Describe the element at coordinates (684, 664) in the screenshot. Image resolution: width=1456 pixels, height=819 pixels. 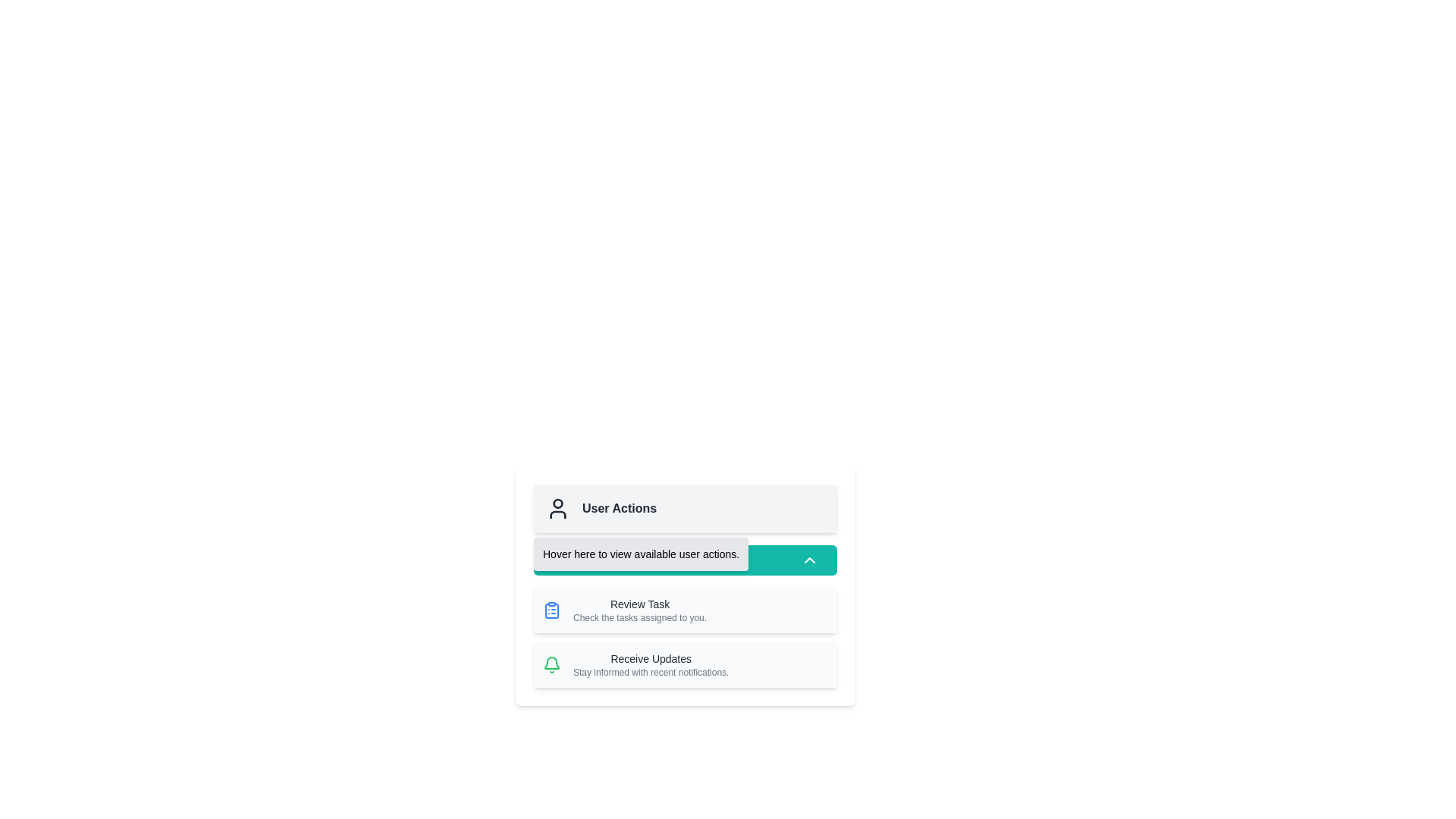
I see `the Information Block which has a light gray background, rounded corners, a green bell icon on the left, and the title 'Receive Updates' in black bold font, located below the 'Review Task' section` at that location.